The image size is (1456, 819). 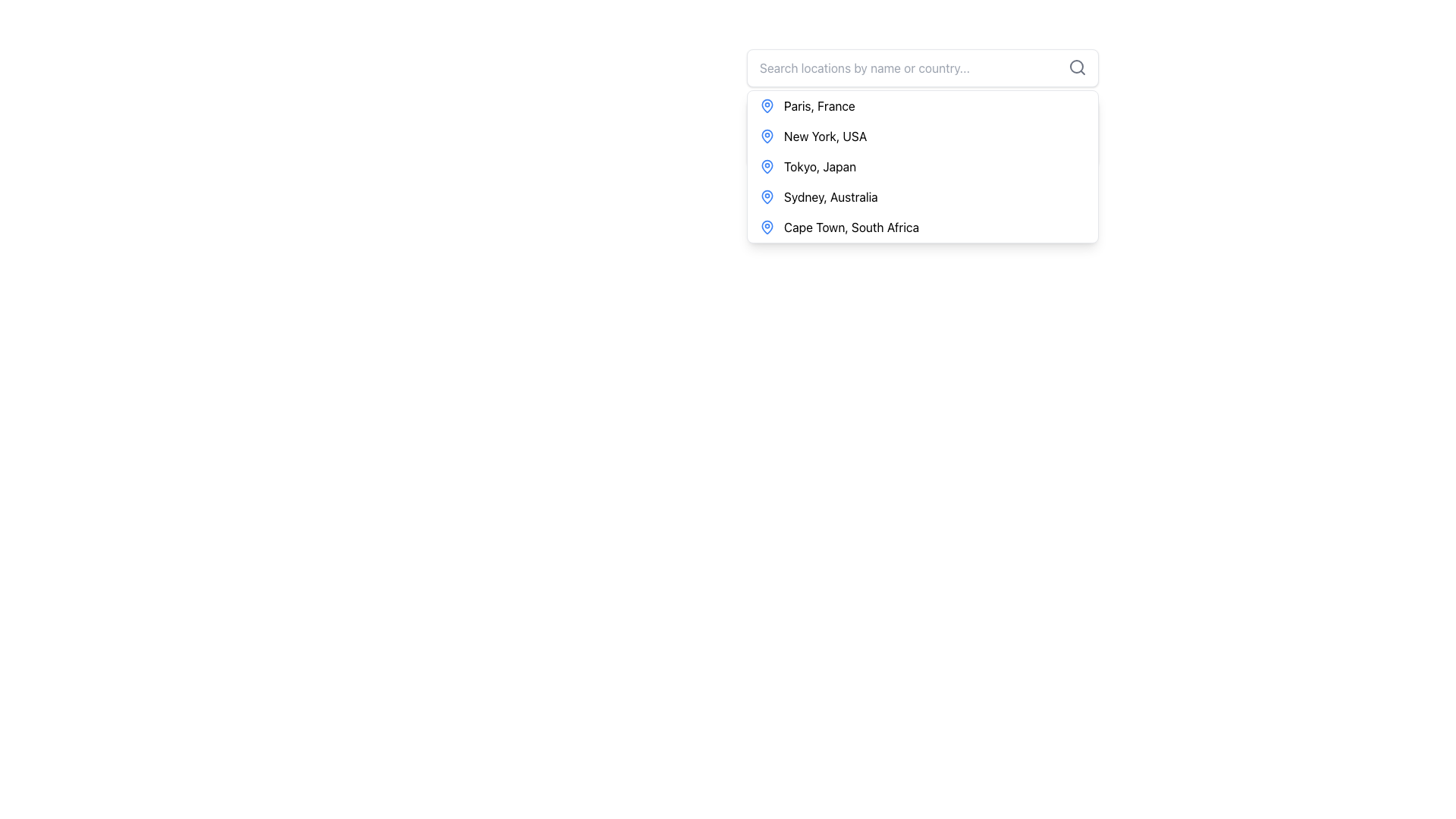 I want to click on the fifth list item in the dropdown menu that displays 'Cape Town, South Africa', so click(x=922, y=227).